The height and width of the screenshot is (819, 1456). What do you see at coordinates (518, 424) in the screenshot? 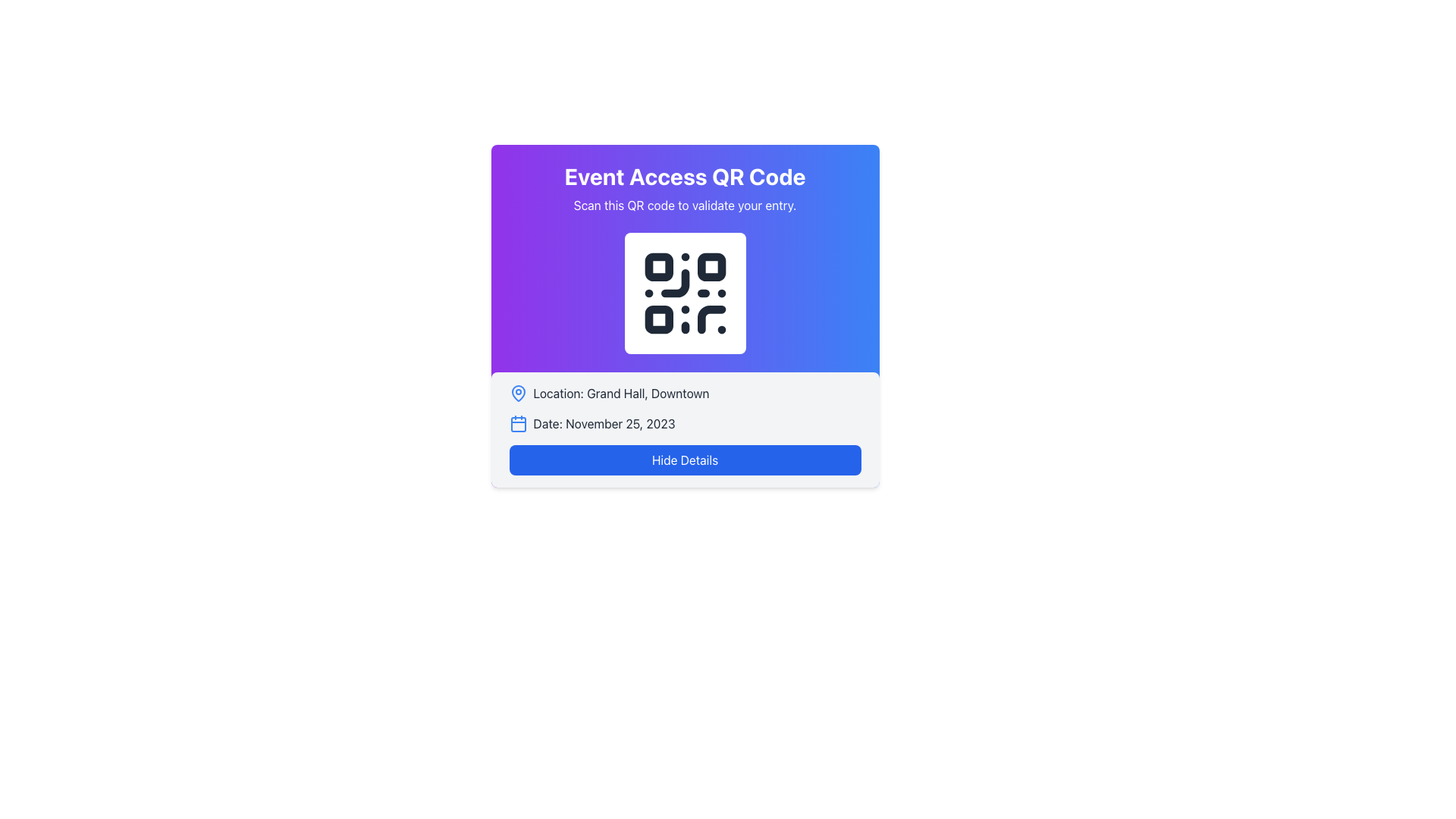
I see `the blue calendar icon located directly to the left of the date text 'Date: November 25, 2023'` at bounding box center [518, 424].